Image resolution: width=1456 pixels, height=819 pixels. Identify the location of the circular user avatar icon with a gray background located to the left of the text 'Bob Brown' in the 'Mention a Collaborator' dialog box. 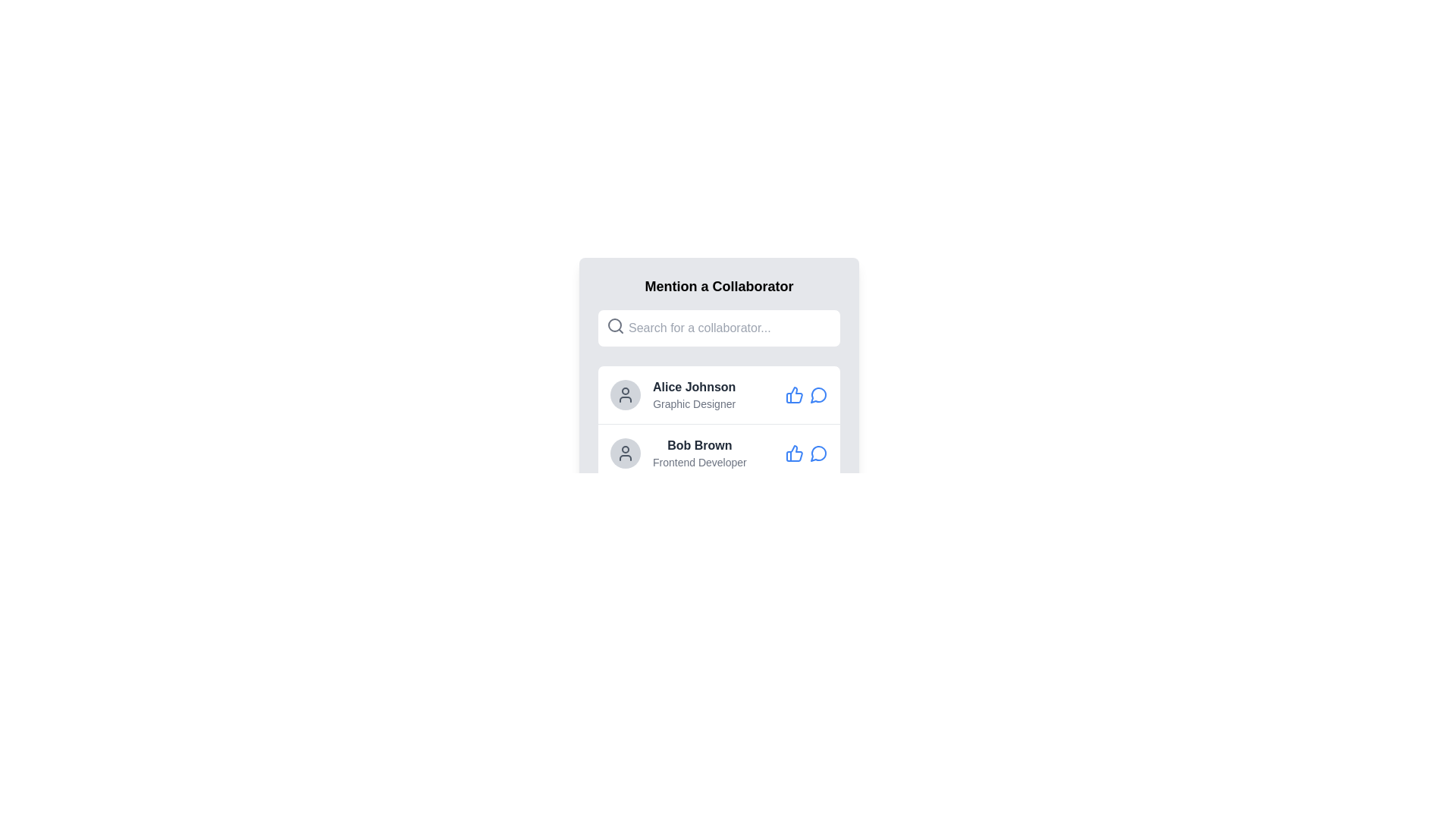
(626, 452).